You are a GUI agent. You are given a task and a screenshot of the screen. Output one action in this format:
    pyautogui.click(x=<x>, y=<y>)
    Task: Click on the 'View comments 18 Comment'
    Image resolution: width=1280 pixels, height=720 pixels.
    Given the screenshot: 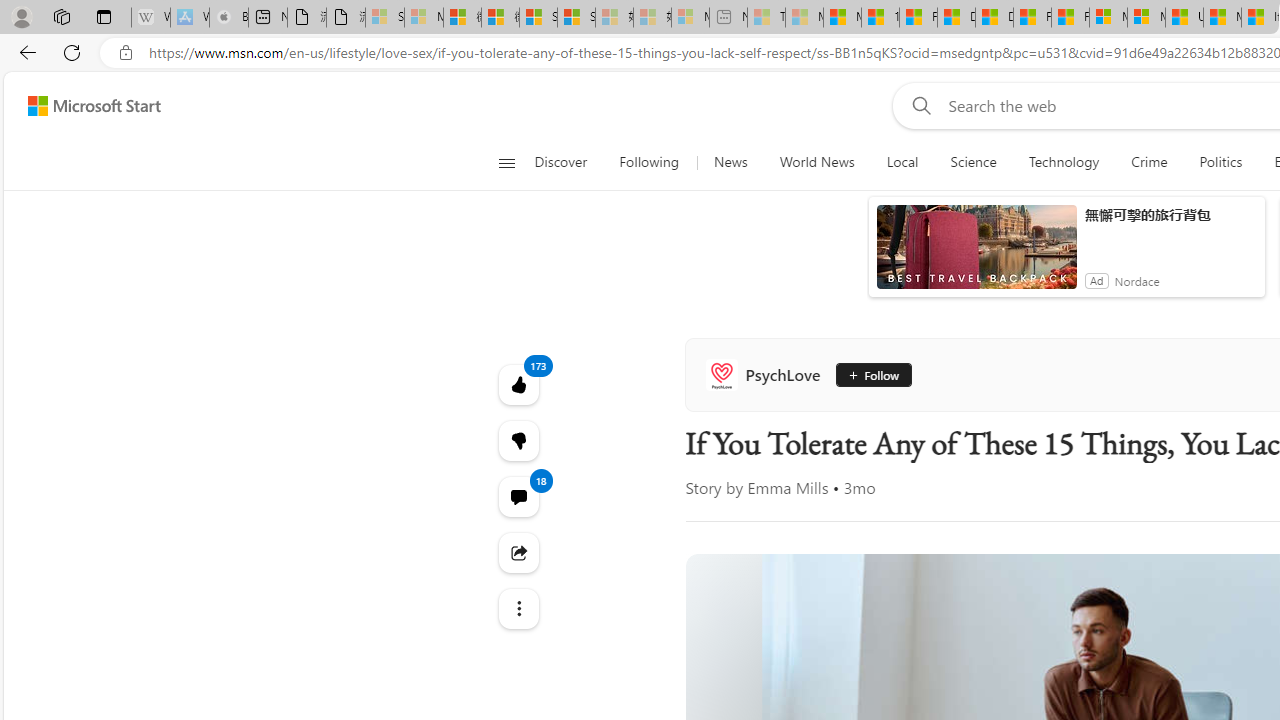 What is the action you would take?
    pyautogui.click(x=518, y=495)
    